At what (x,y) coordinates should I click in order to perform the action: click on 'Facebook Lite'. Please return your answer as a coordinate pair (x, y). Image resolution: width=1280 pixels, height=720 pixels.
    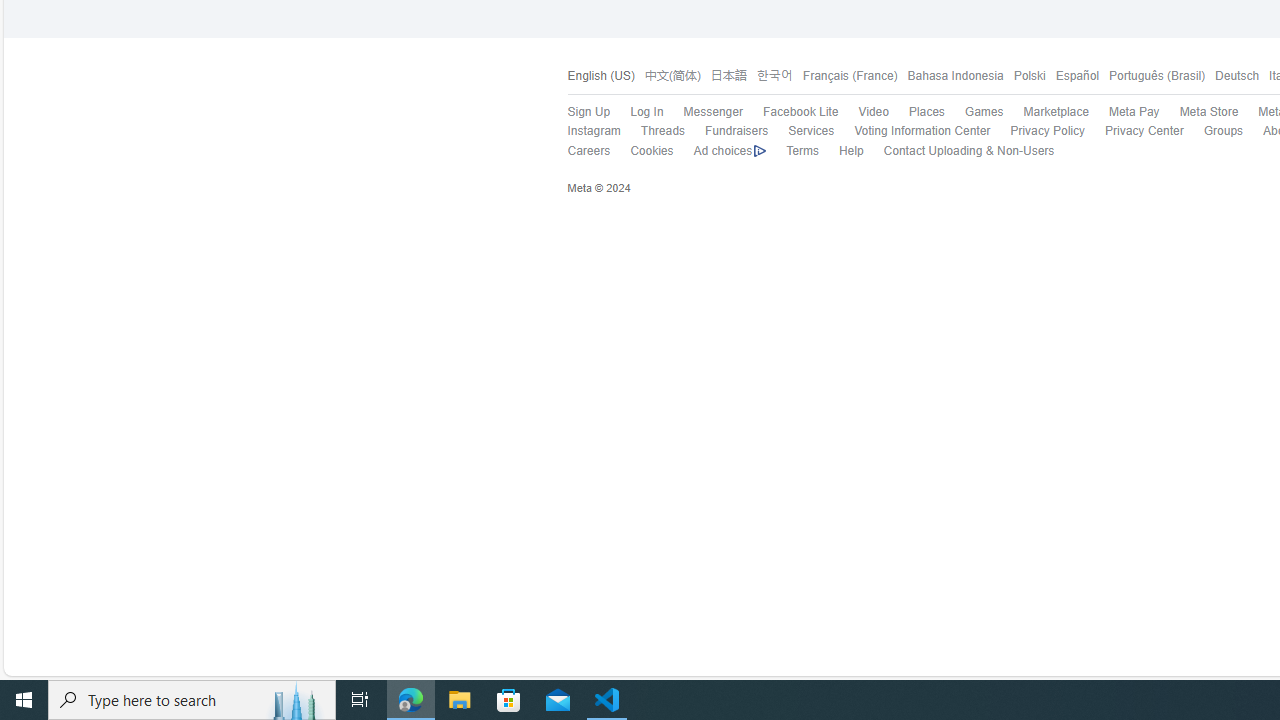
    Looking at the image, I should click on (800, 112).